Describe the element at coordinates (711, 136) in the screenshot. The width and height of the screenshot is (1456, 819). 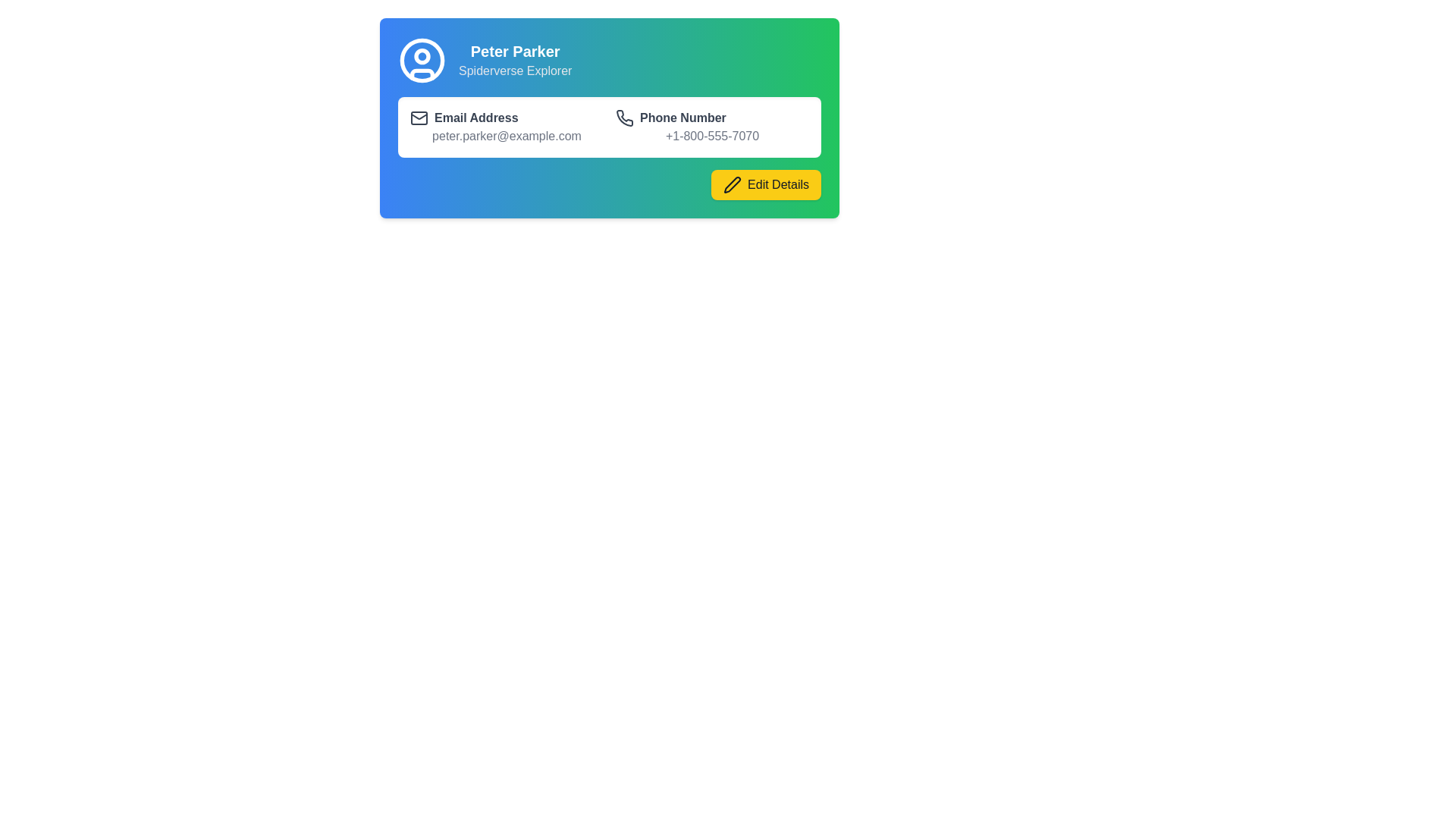
I see `the Text label displaying the phone number, which is located under the 'Phone Number' text and icon in the contact information section` at that location.